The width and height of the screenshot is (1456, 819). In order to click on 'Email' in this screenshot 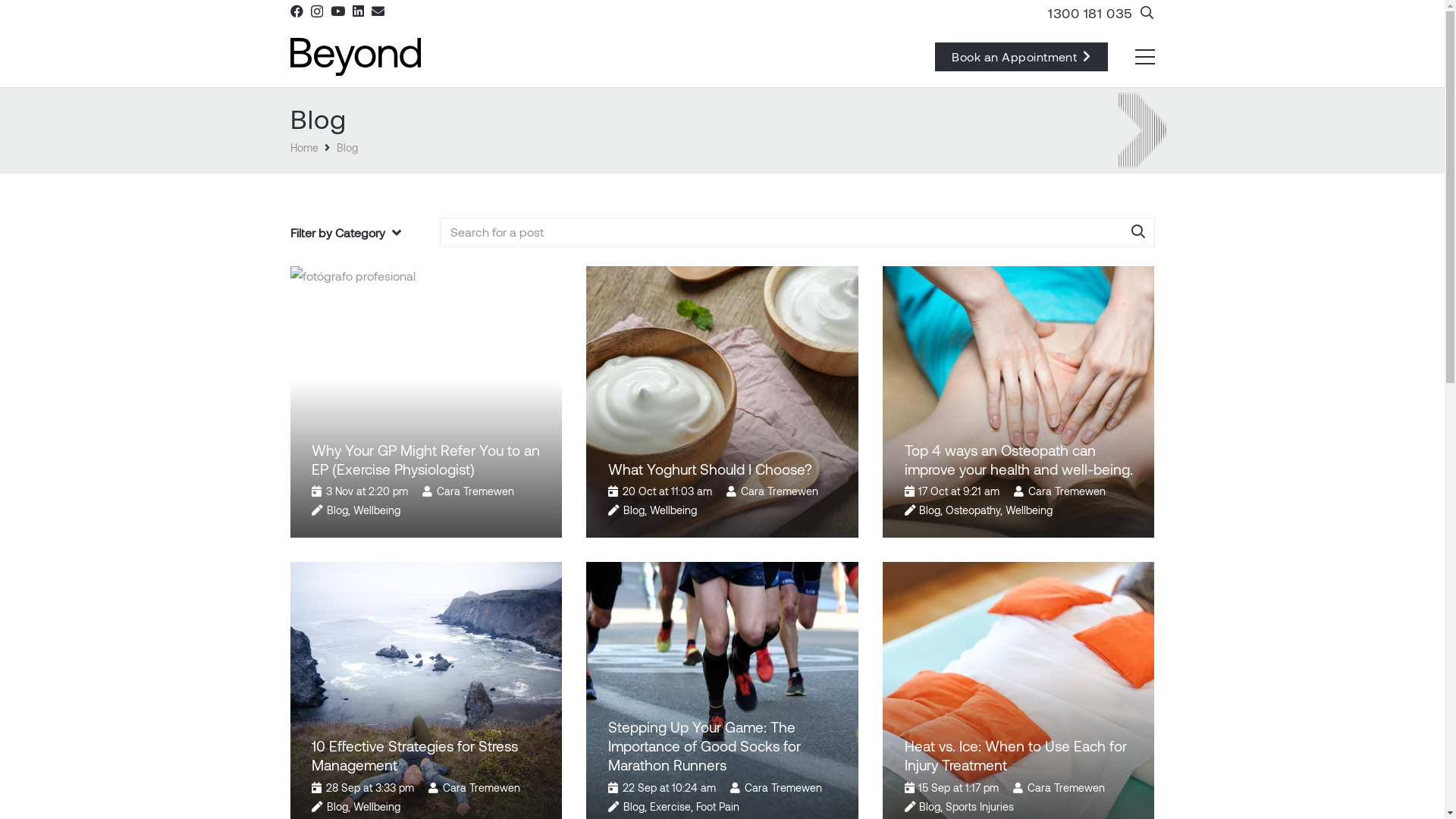, I will do `click(378, 11)`.